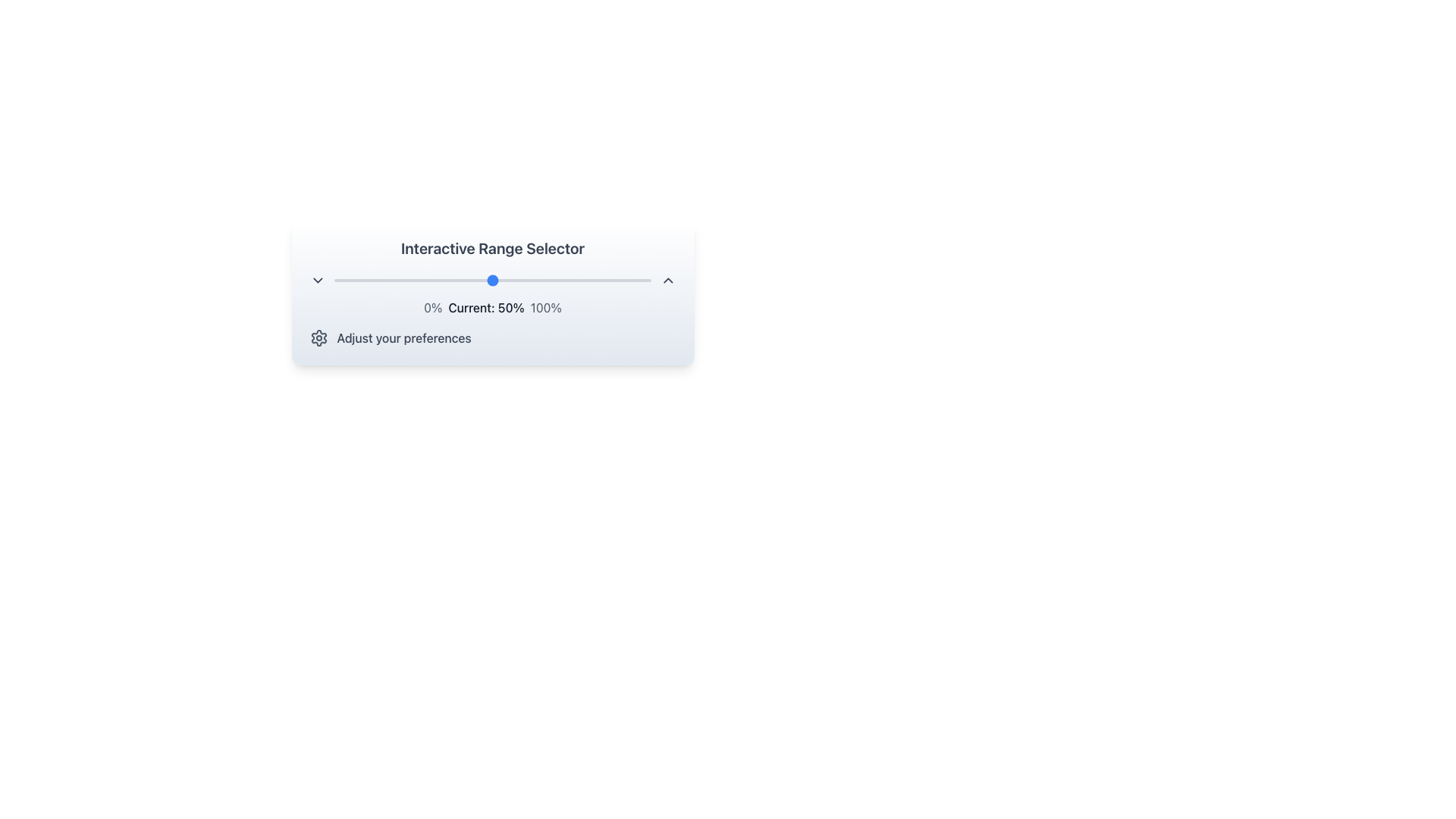 The image size is (1456, 819). Describe the element at coordinates (444, 281) in the screenshot. I see `the slider value` at that location.